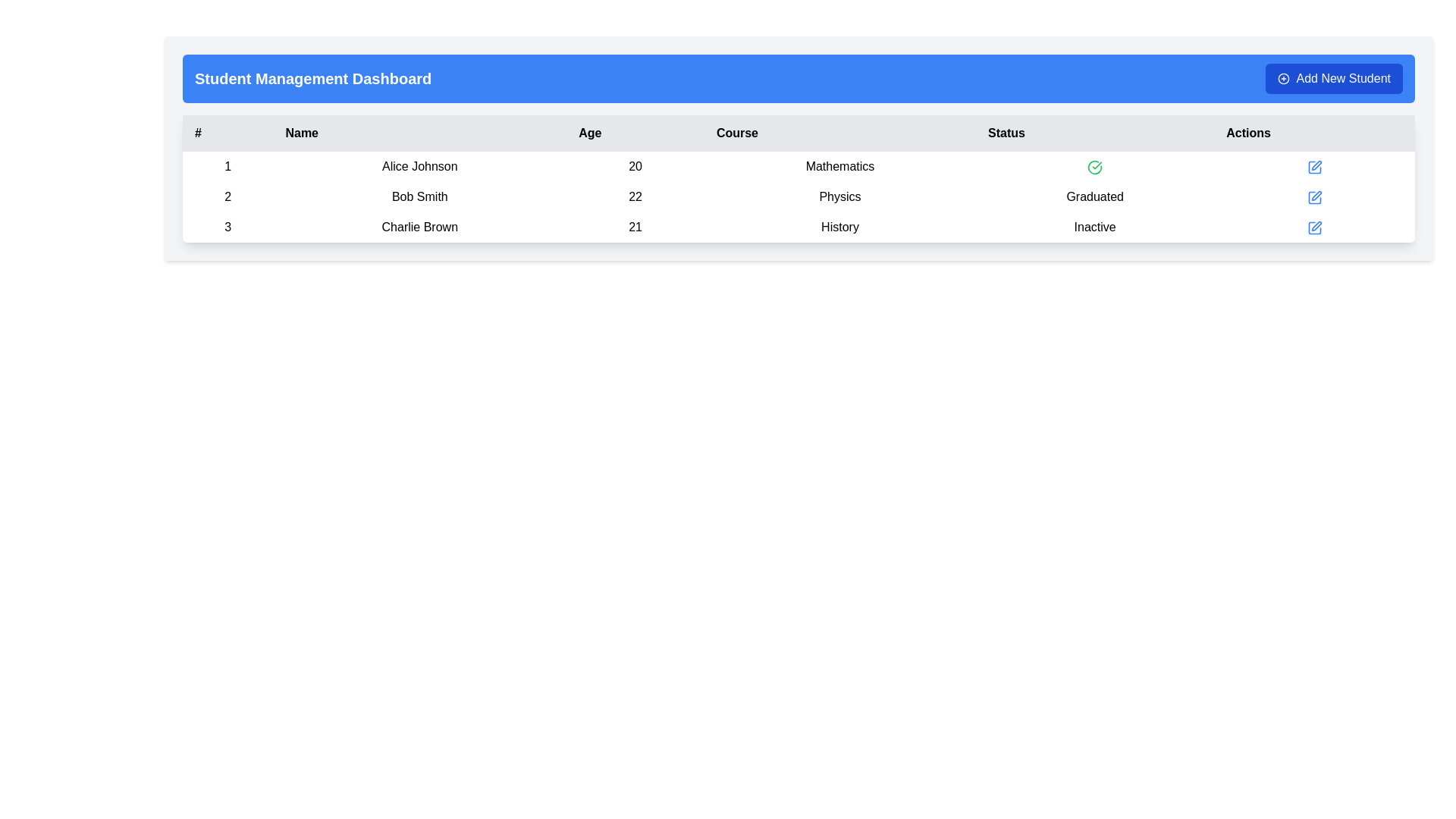  Describe the element at coordinates (635, 227) in the screenshot. I see `the text label displaying the age of 'Charlie Brown' in the third row of the table under the 'Age' column` at that location.